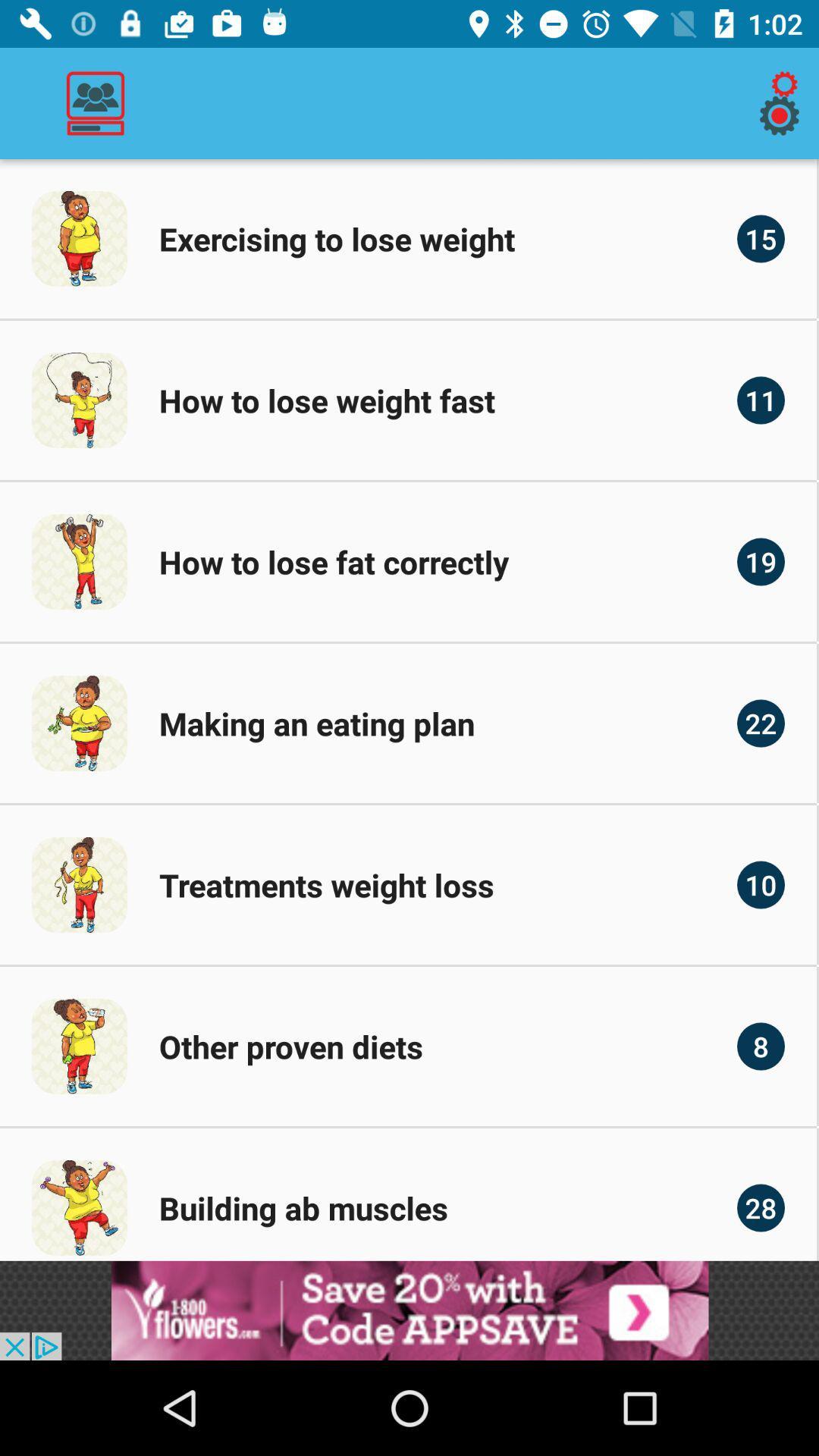  I want to click on the icon which is before other proven diets on page, so click(79, 1046).